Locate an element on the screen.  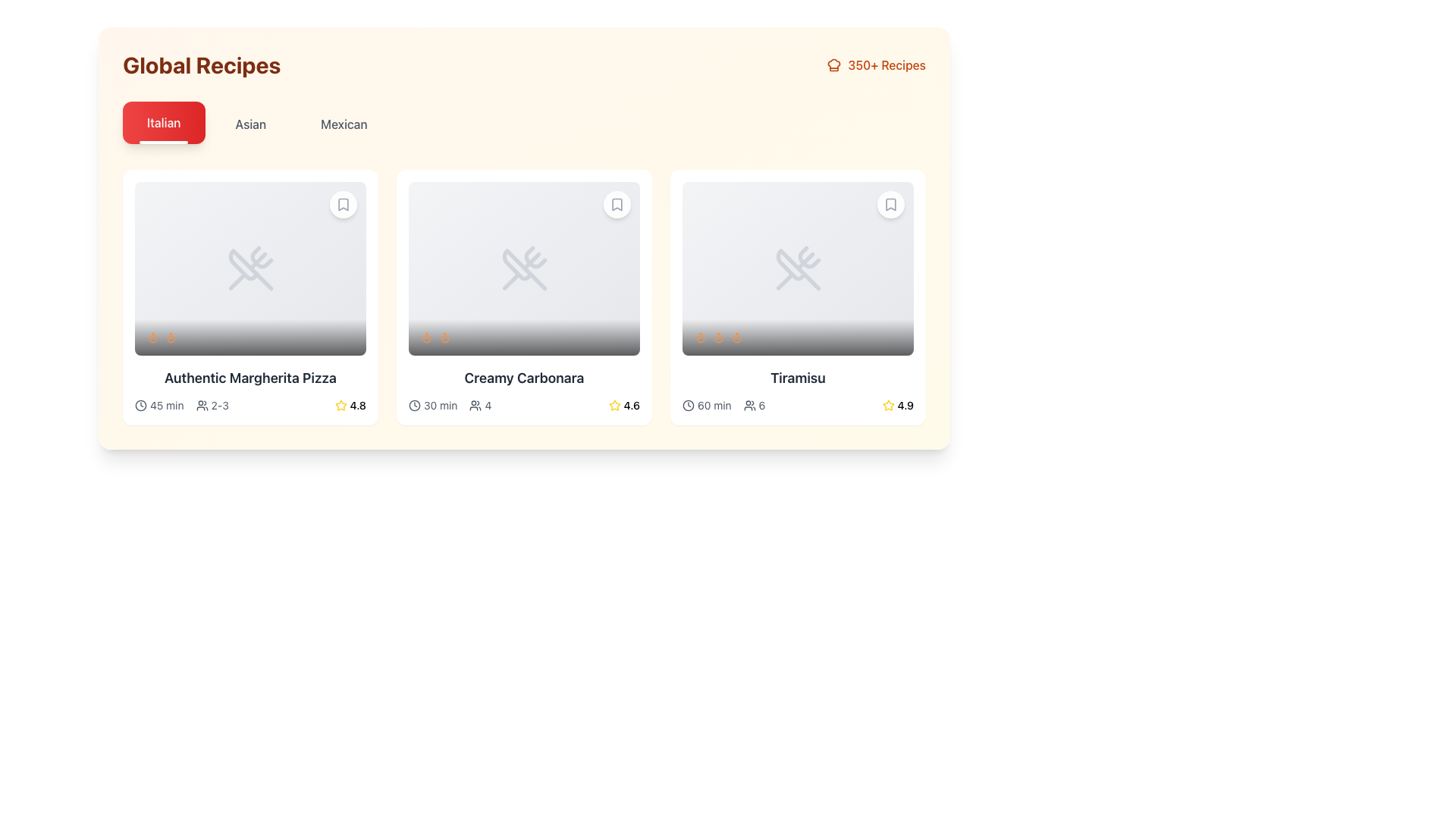
the non-interactive rating display showing '4.8' for the 'Authentic Margherita Pizza' card located in the bottom-right corner is located at coordinates (350, 404).